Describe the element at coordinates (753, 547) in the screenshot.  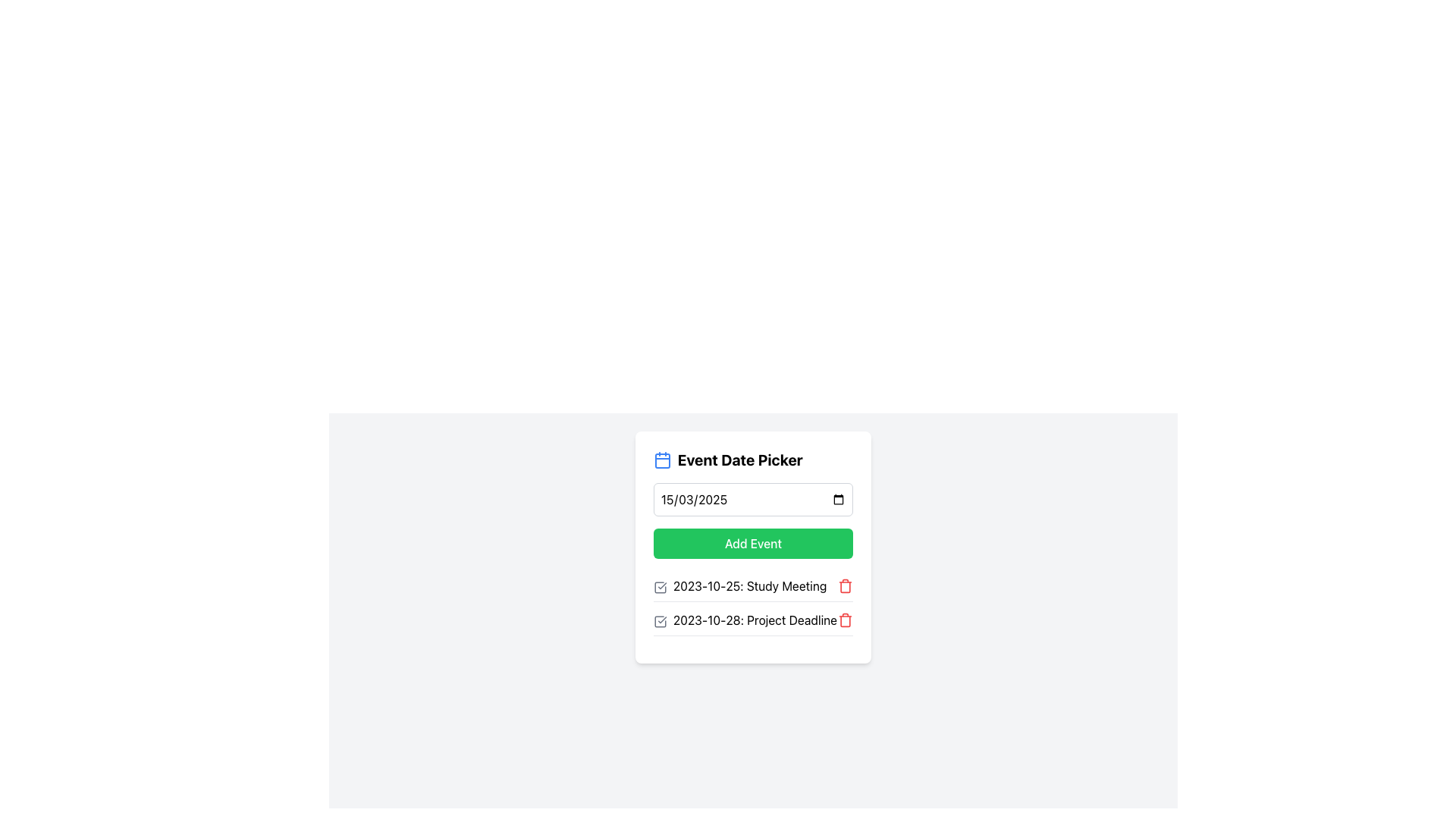
I see `the green rectangular button labeled 'Add Event' to change its background color` at that location.